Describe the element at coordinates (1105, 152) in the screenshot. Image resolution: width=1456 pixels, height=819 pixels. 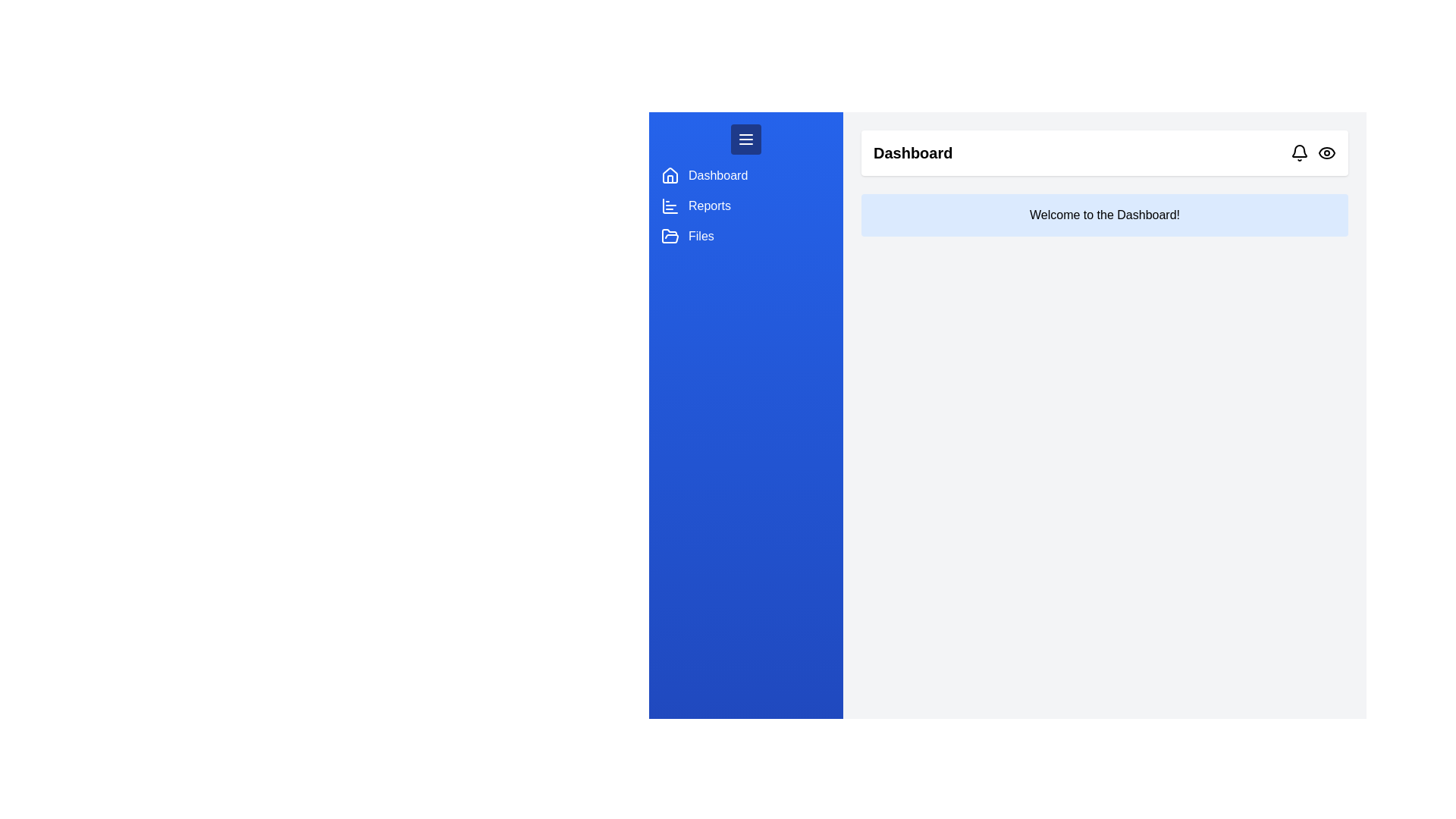
I see `the context of the header section titled 'Dashboard' located at the top of the main content area` at that location.